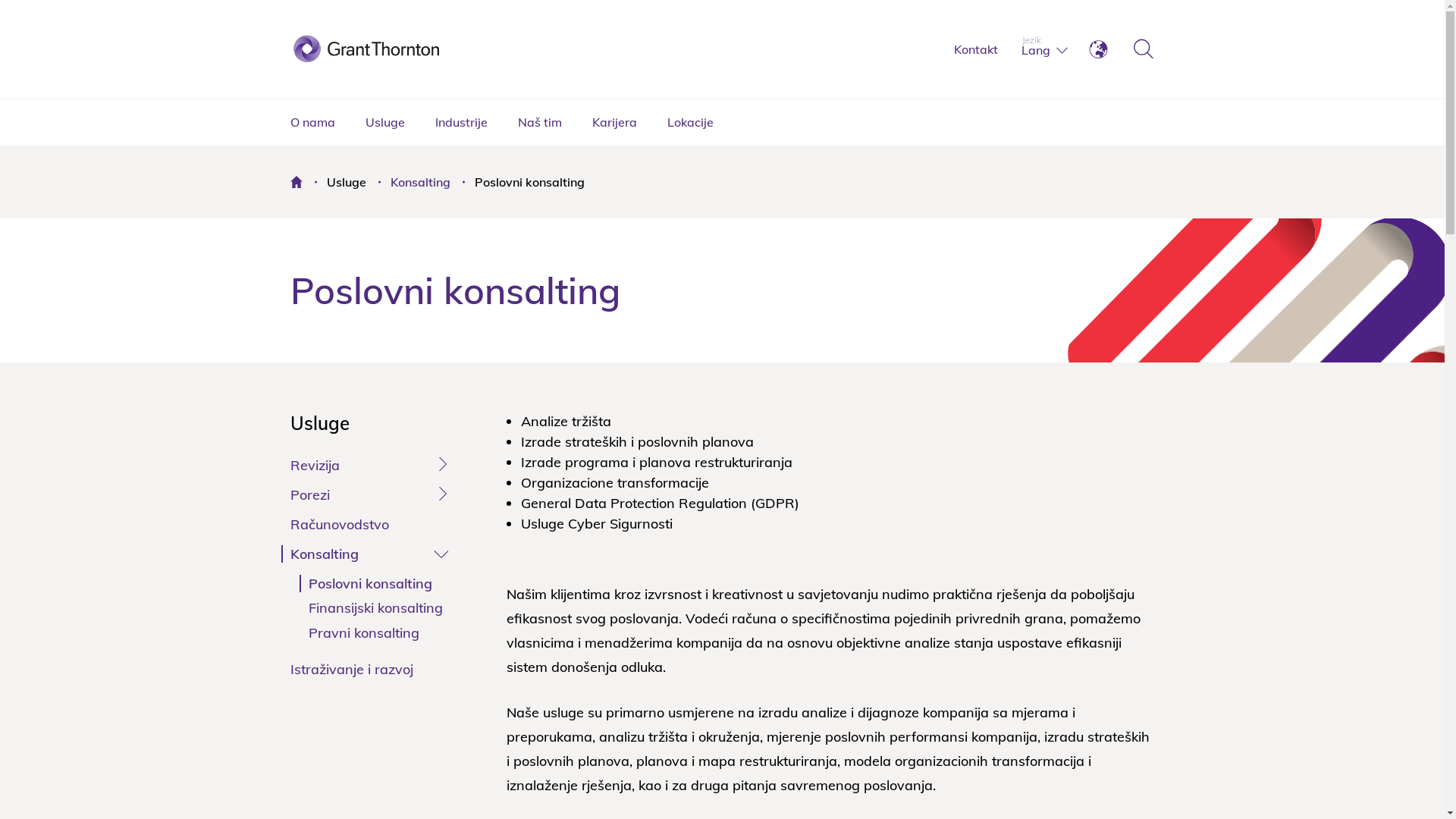 This screenshot has width=1456, height=819. Describe the element at coordinates (369, 582) in the screenshot. I see `'Poslovni konsalting'` at that location.